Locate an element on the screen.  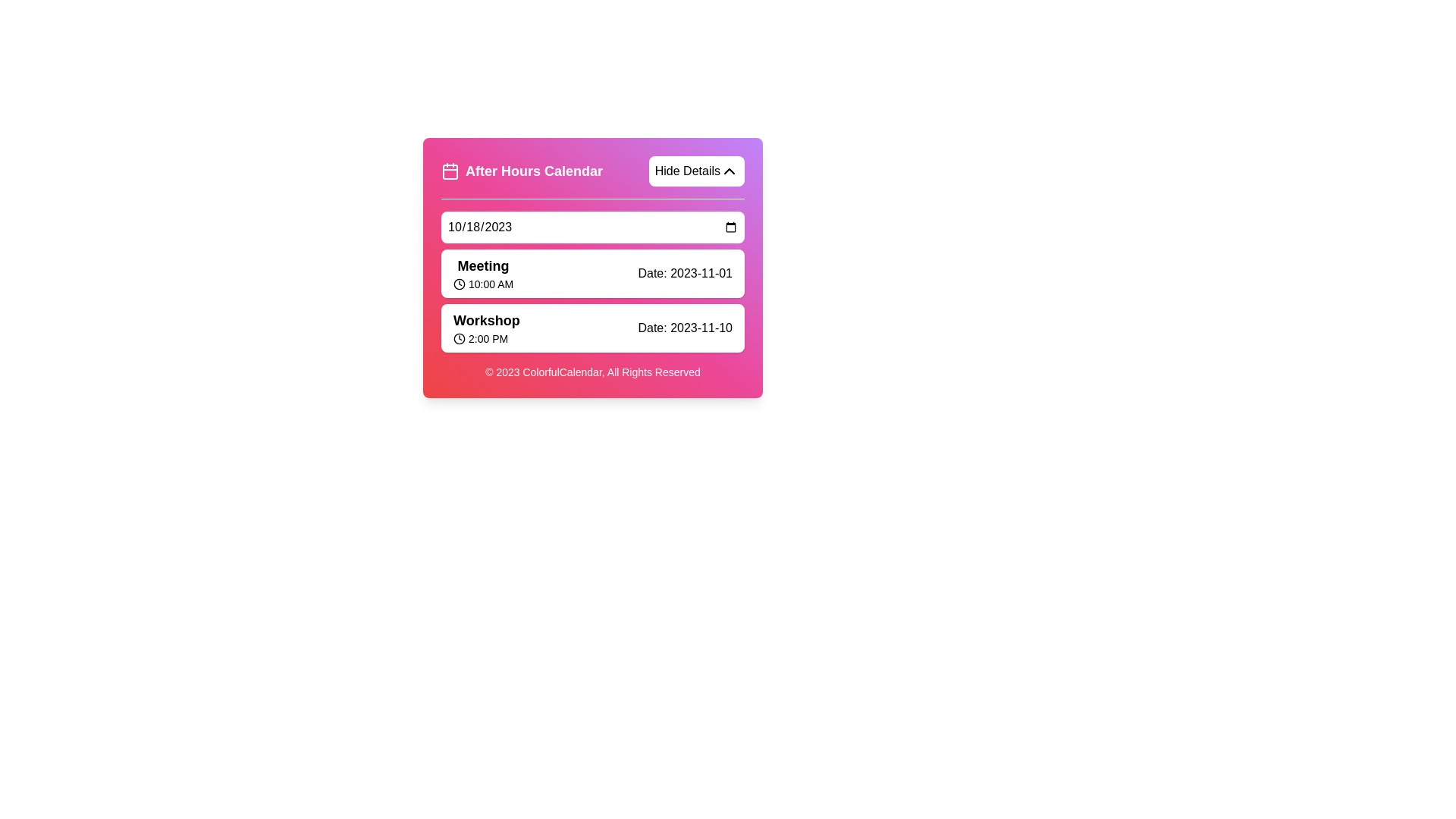
text 'After Hours Calendar' from the Label with icon in the header section of the calendar interface, which is located on the left side adjacent to the 'Hide Details' button is located at coordinates (522, 171).